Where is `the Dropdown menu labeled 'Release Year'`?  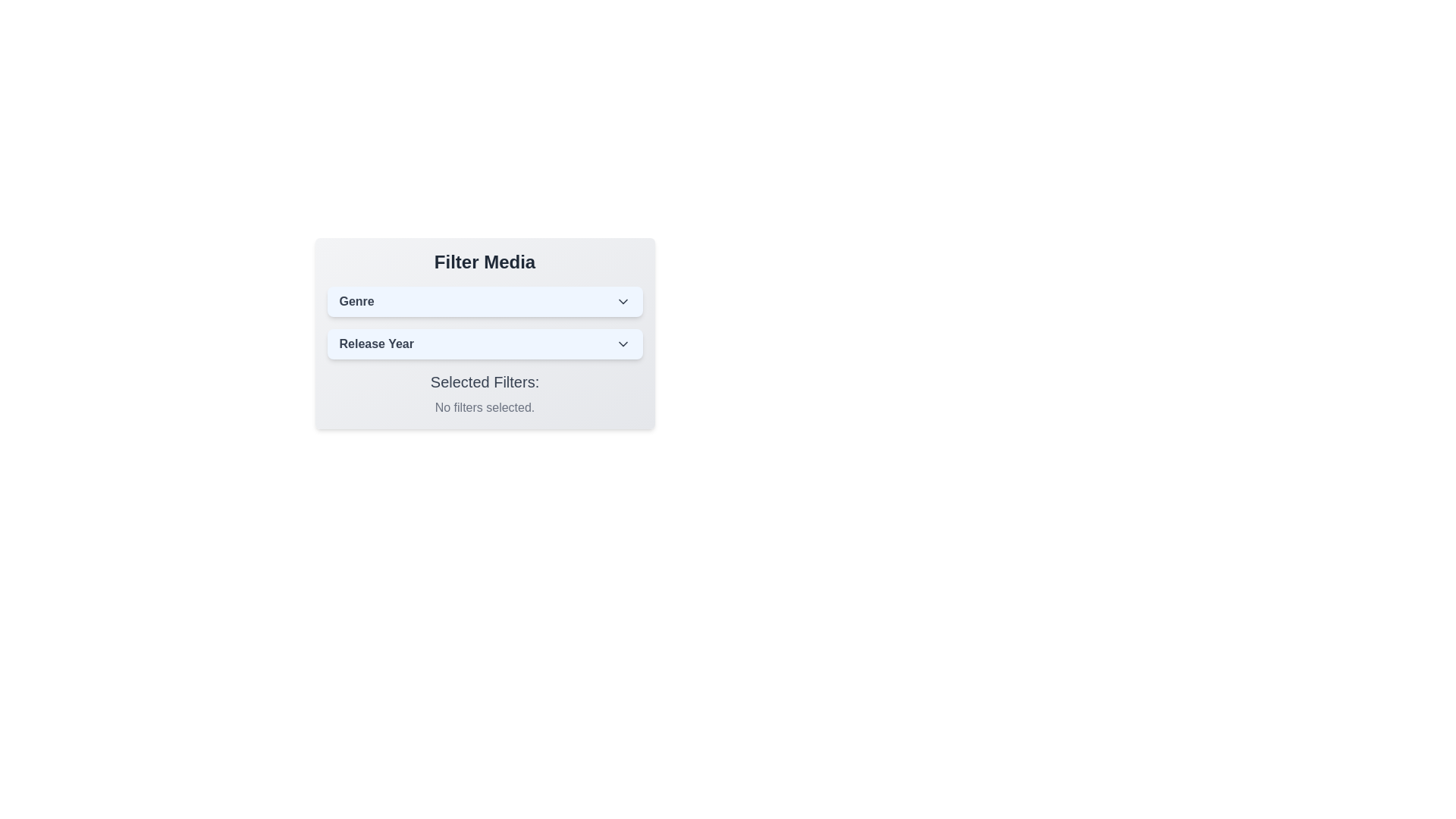
the Dropdown menu labeled 'Release Year' is located at coordinates (484, 344).